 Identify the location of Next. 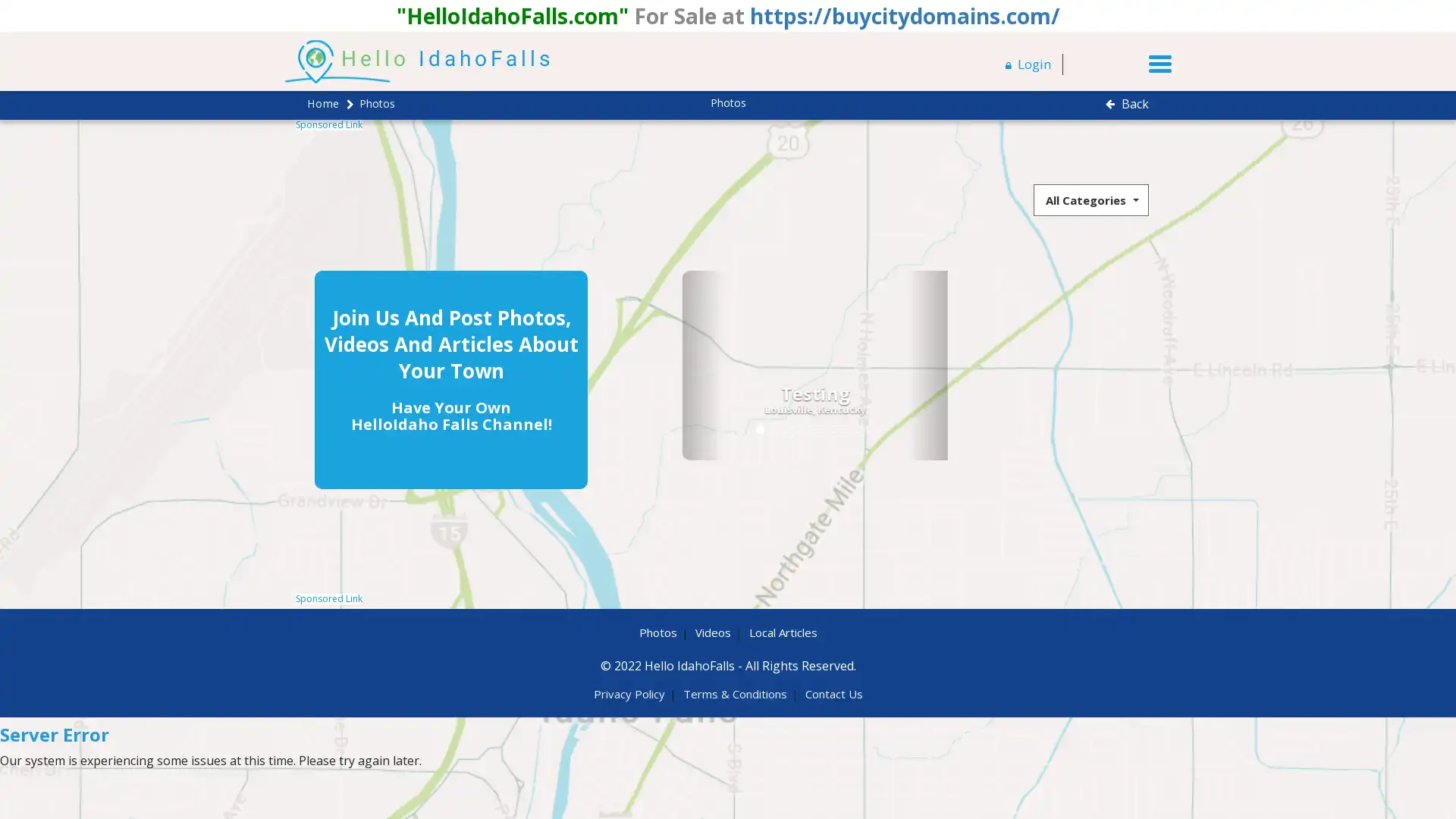
(846, 365).